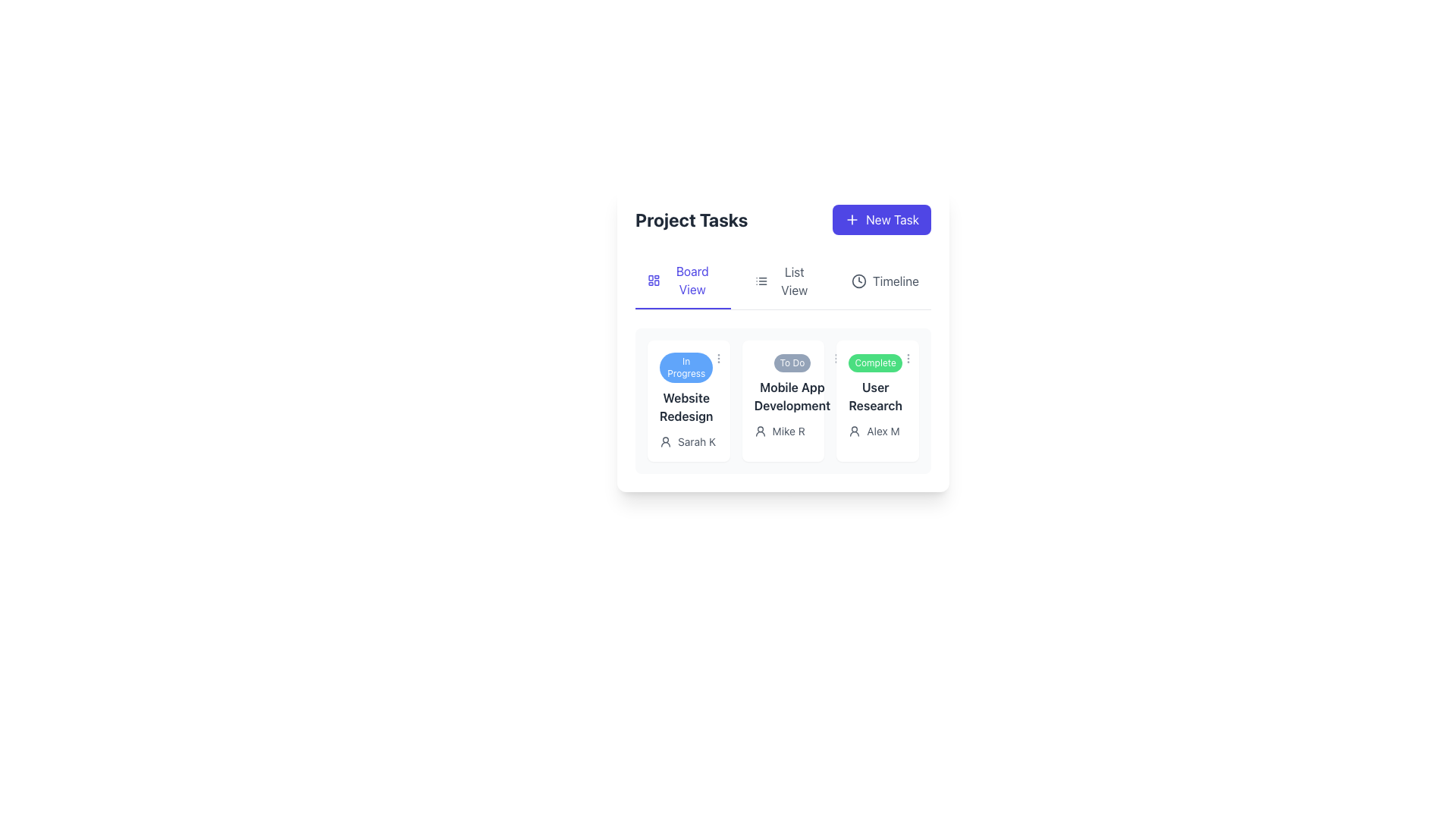 The image size is (1456, 819). Describe the element at coordinates (760, 431) in the screenshot. I see `the user icon represented as a circular outline with a head and shoulders, located to the left of the text 'Mike R'` at that location.